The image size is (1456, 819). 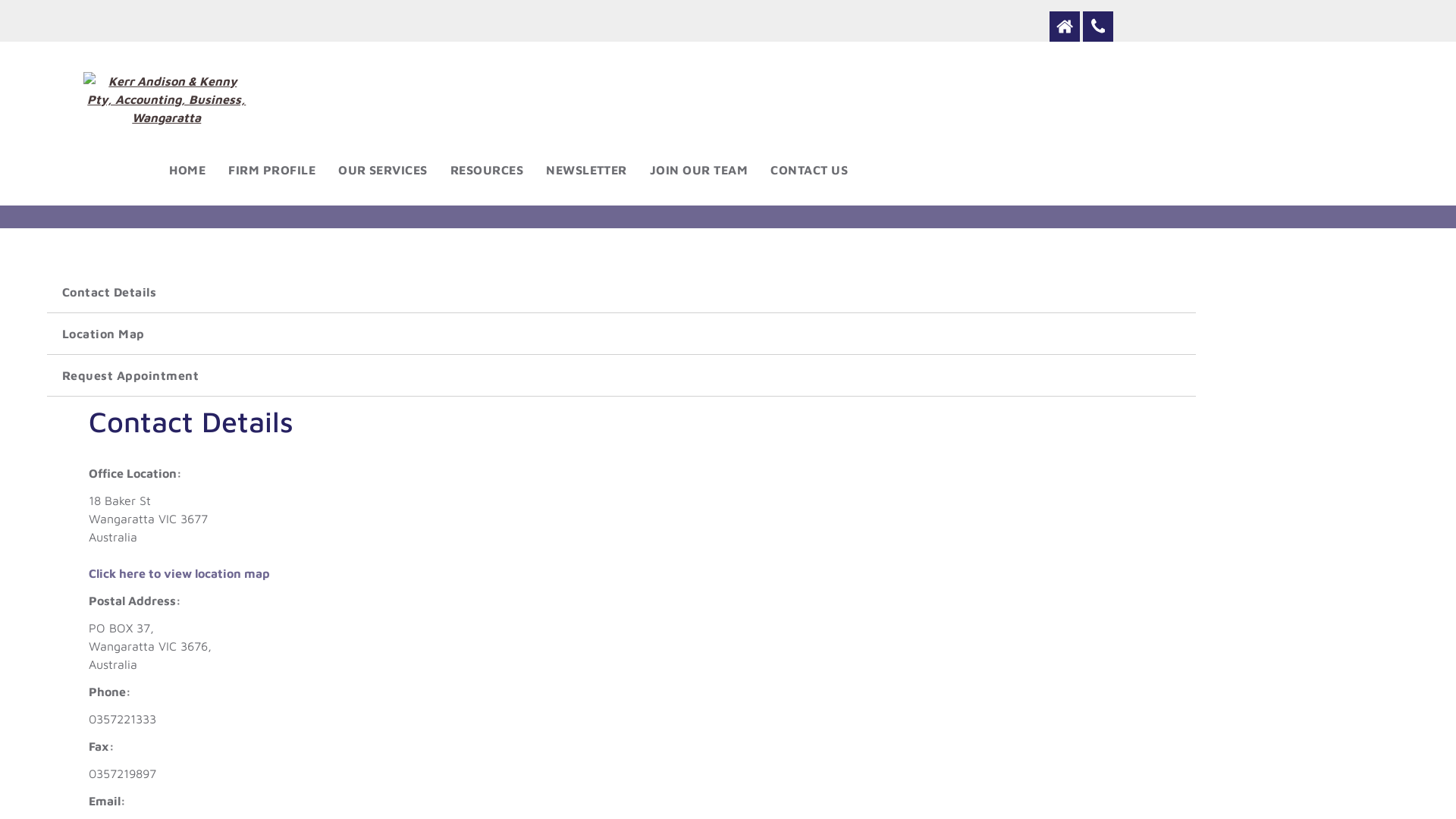 I want to click on 'OUR SERVICES', so click(x=382, y=169).